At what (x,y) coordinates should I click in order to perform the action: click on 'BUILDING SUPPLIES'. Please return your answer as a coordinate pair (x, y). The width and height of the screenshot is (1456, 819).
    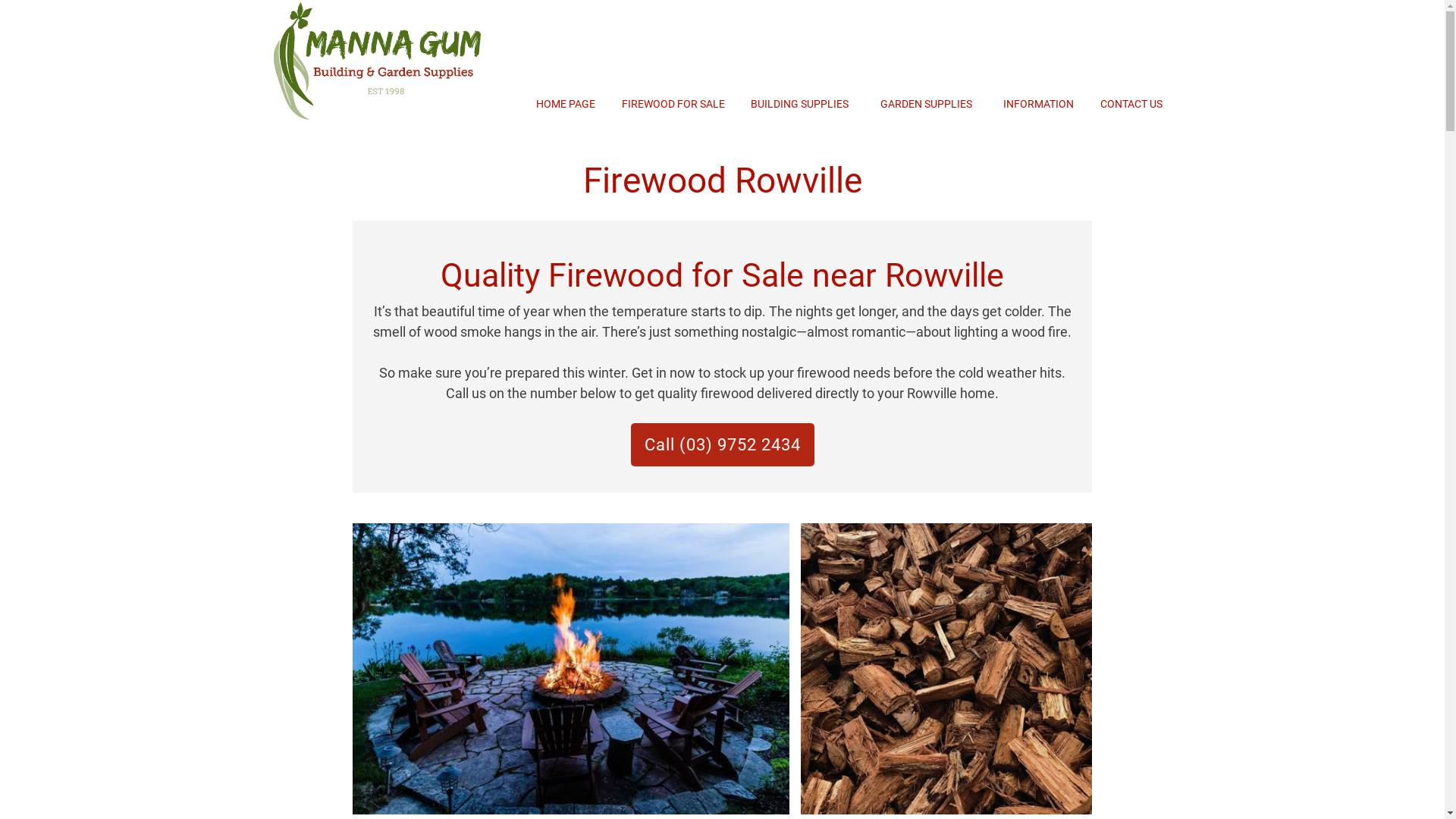
    Looking at the image, I should click on (750, 103).